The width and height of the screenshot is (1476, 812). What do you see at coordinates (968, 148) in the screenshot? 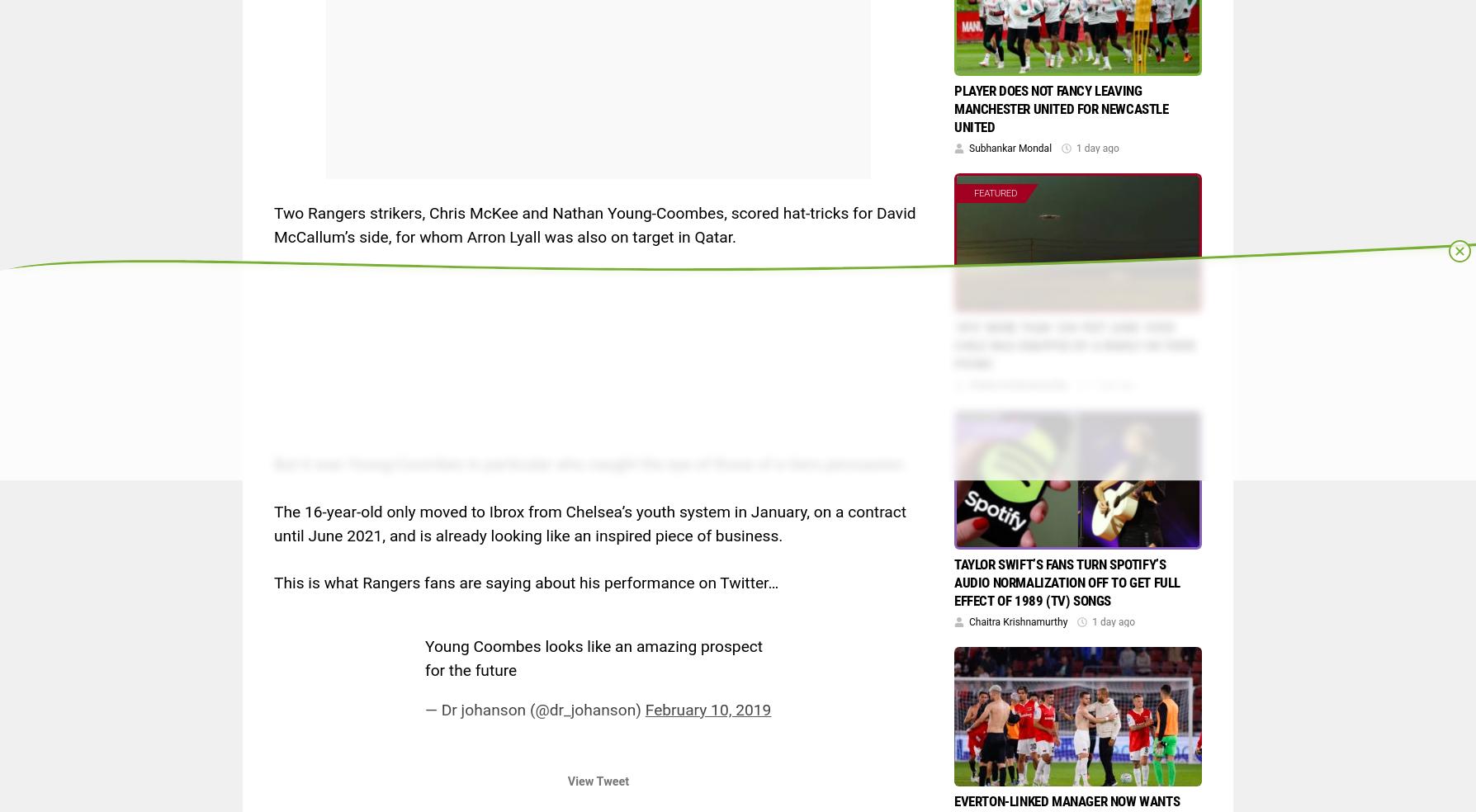
I see `'Subhankar Mondal'` at bounding box center [968, 148].